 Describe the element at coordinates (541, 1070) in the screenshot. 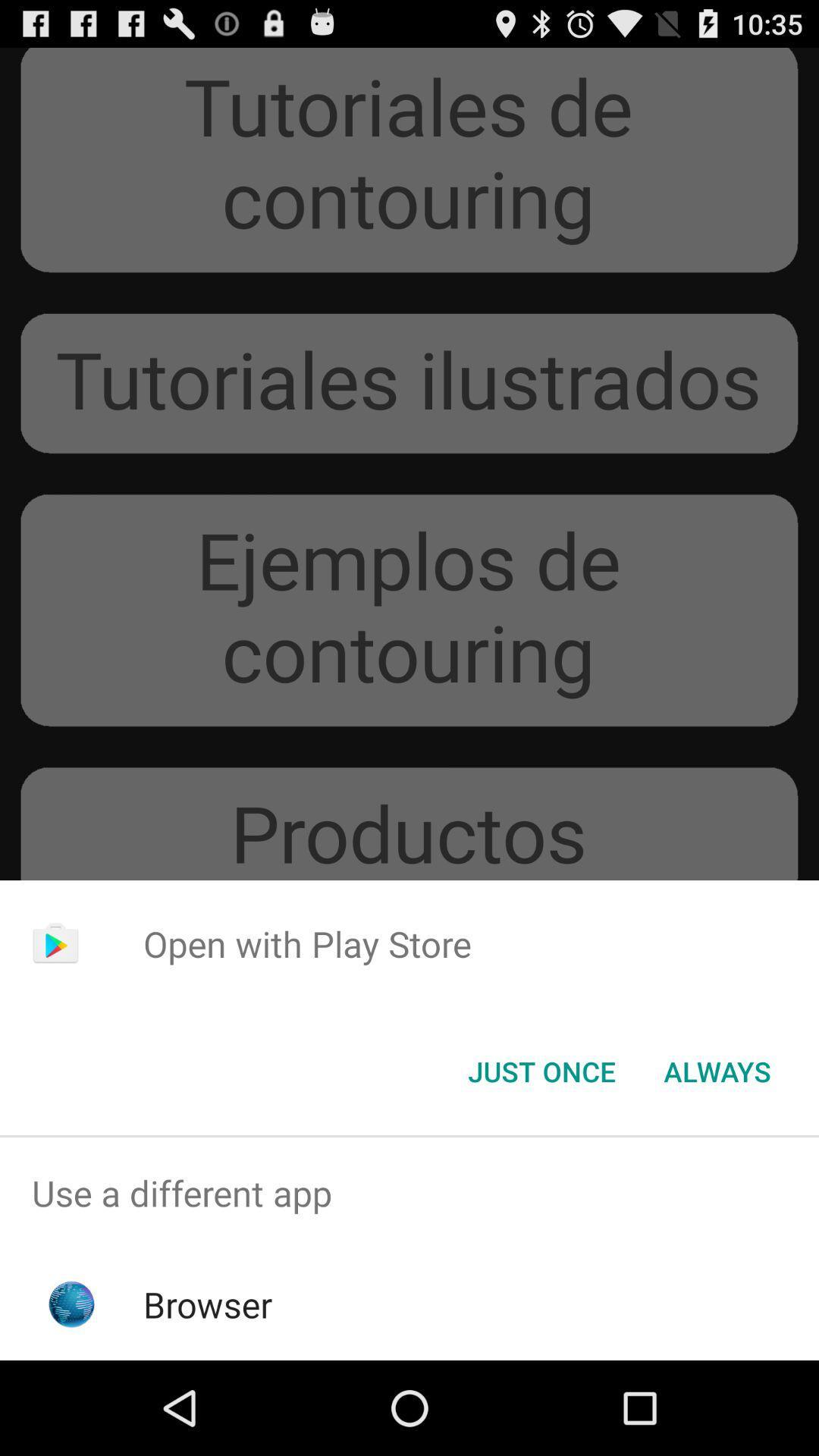

I see `item below the open with play` at that location.